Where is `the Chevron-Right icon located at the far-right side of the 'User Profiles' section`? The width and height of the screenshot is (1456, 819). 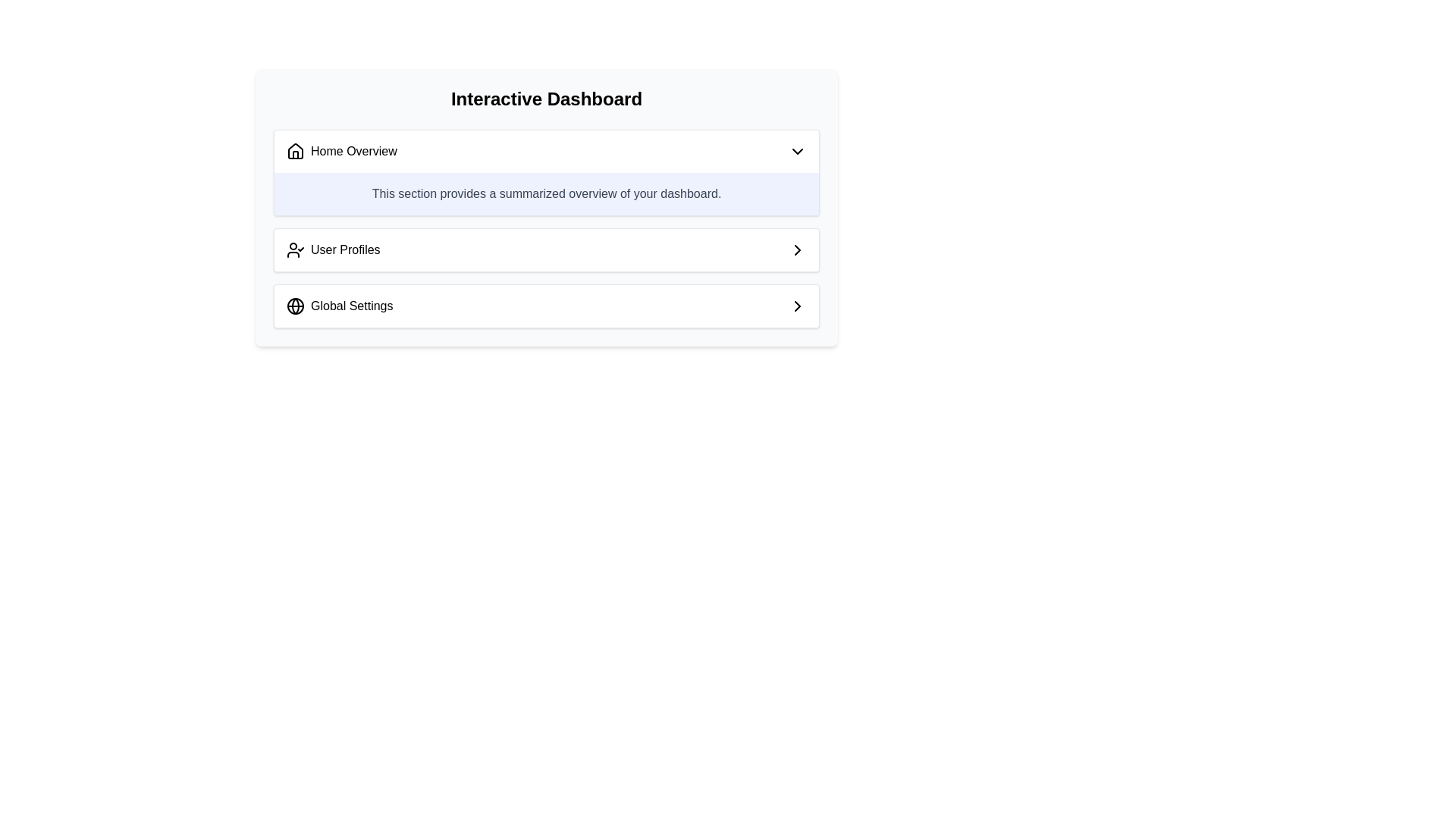
the Chevron-Right icon located at the far-right side of the 'User Profiles' section is located at coordinates (796, 249).